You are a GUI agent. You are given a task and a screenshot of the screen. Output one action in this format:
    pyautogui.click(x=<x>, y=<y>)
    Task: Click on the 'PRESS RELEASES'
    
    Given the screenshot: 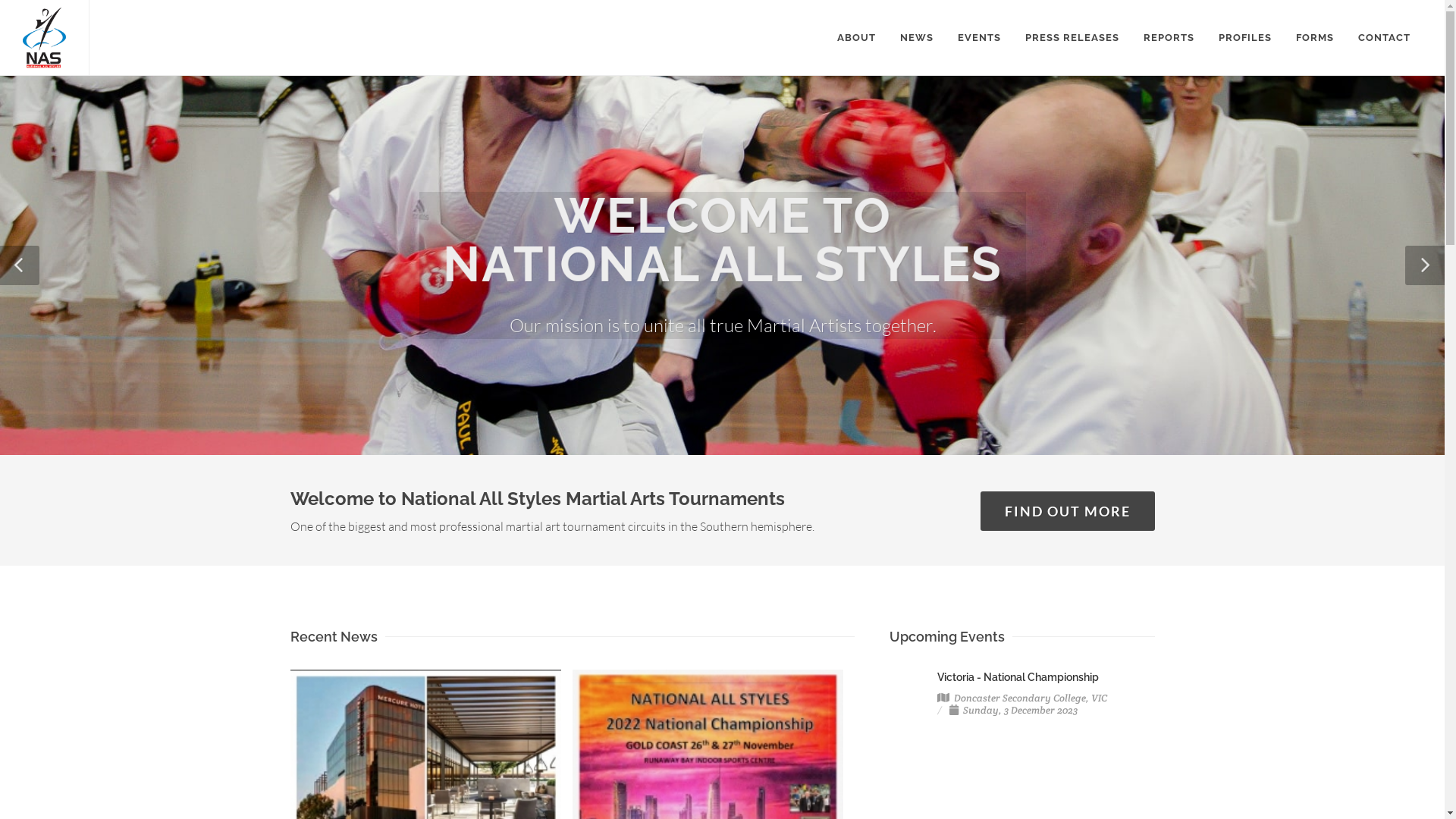 What is the action you would take?
    pyautogui.click(x=1014, y=37)
    